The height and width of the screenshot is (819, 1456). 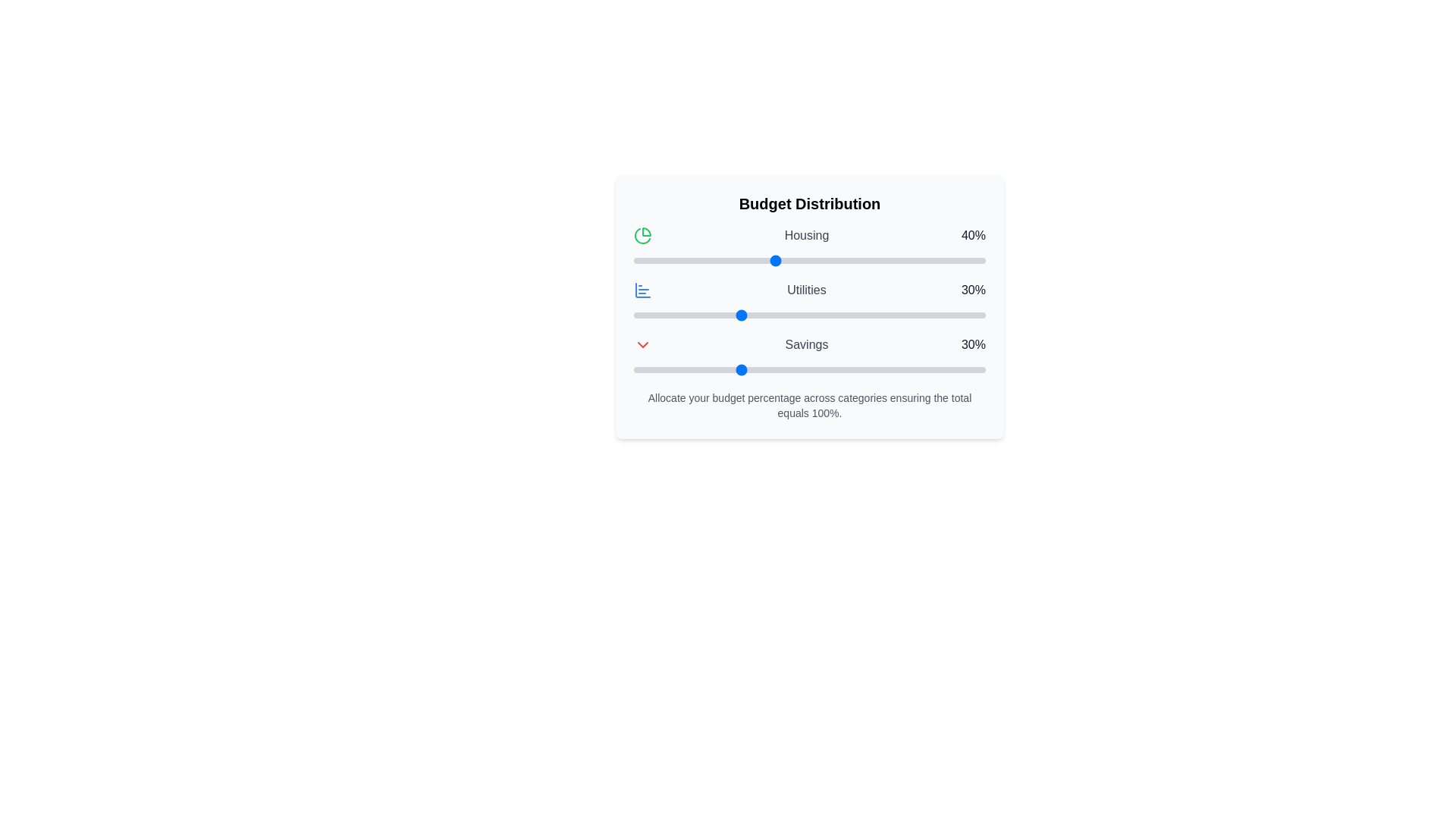 What do you see at coordinates (809, 307) in the screenshot?
I see `the sliders in the budget distribution interface` at bounding box center [809, 307].